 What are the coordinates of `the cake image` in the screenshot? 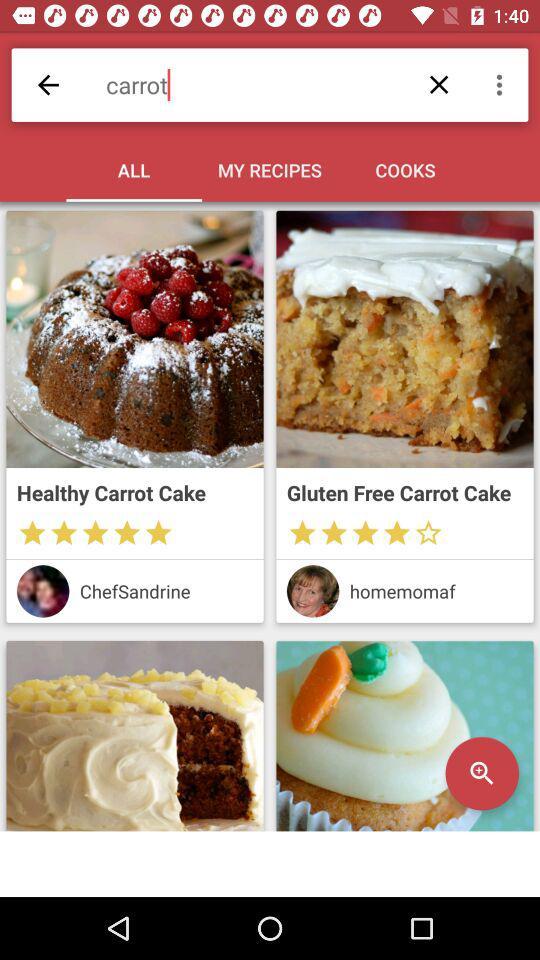 It's located at (135, 339).